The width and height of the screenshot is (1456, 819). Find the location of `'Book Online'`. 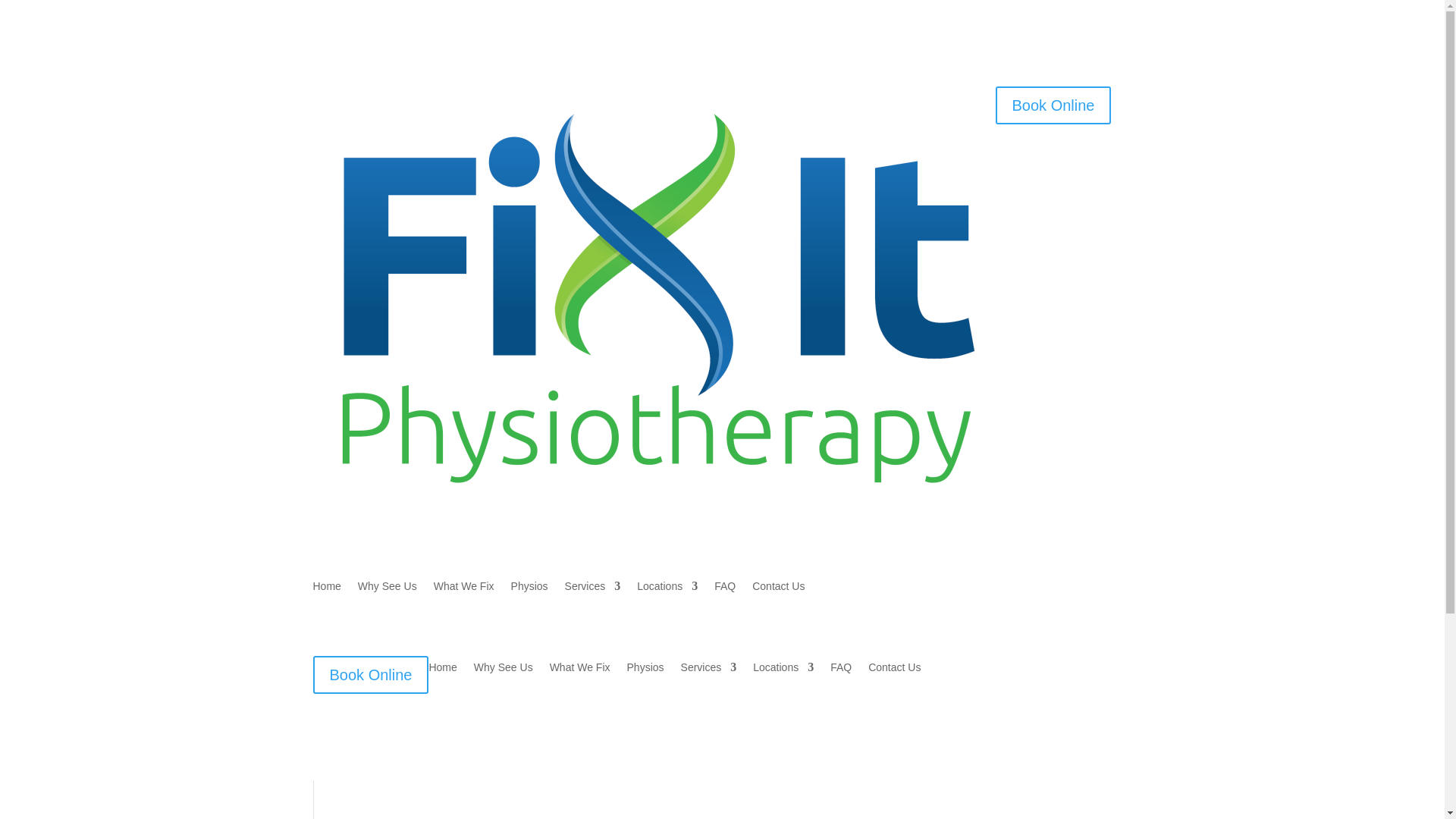

'Book Online' is located at coordinates (370, 674).